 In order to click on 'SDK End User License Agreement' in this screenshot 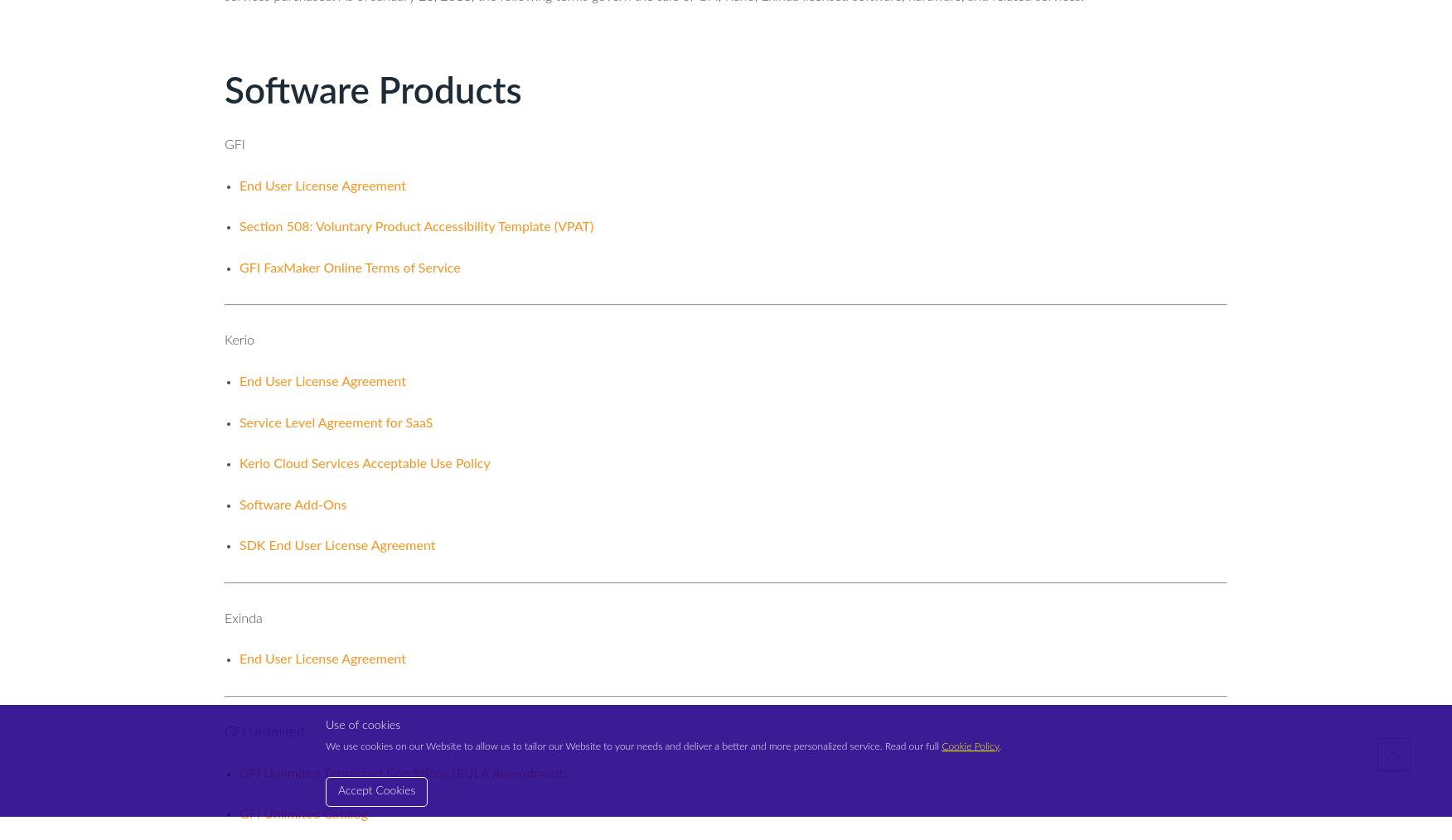, I will do `click(336, 545)`.